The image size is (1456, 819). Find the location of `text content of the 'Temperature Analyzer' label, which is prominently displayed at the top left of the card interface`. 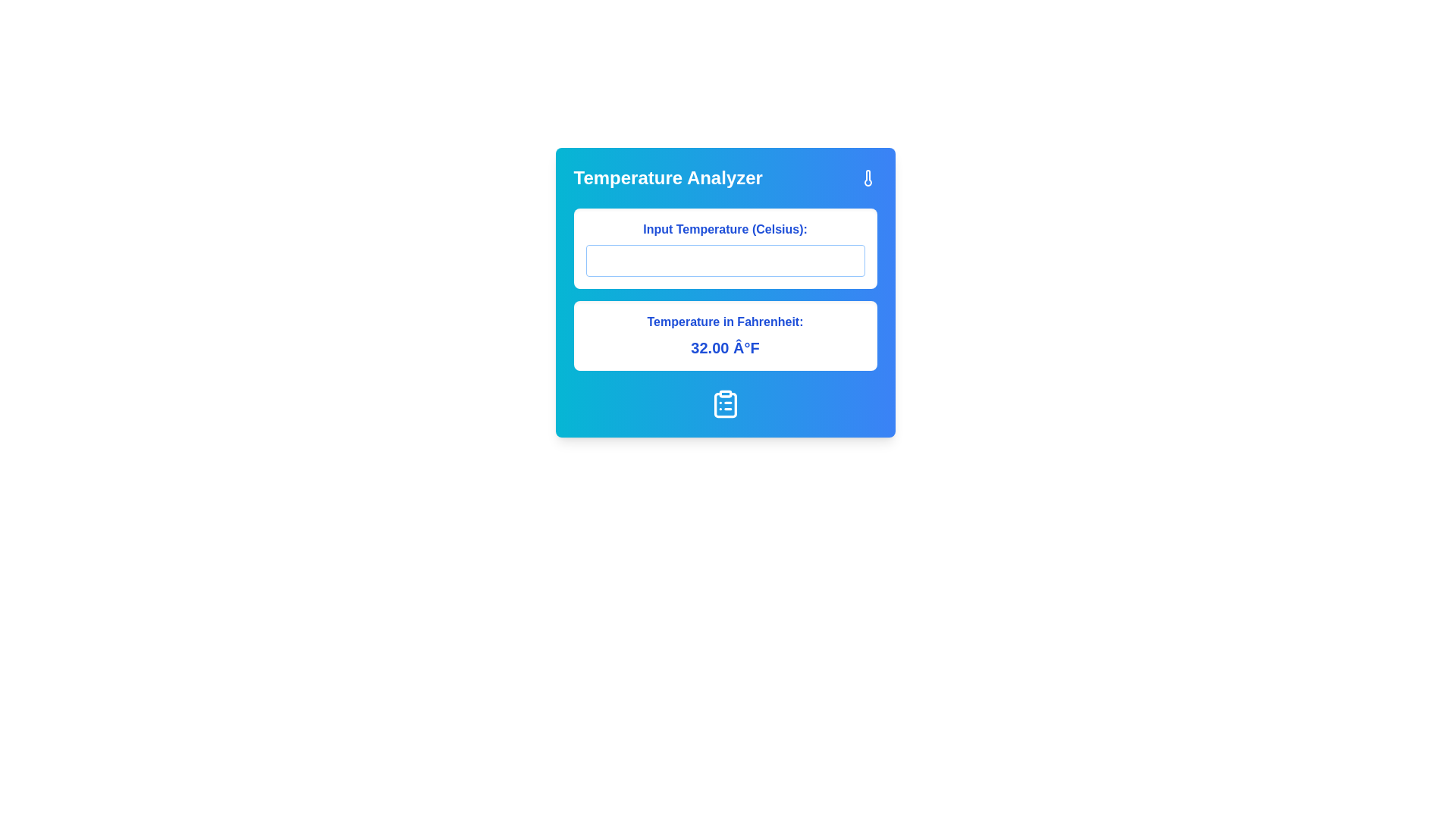

text content of the 'Temperature Analyzer' label, which is prominently displayed at the top left of the card interface is located at coordinates (667, 177).